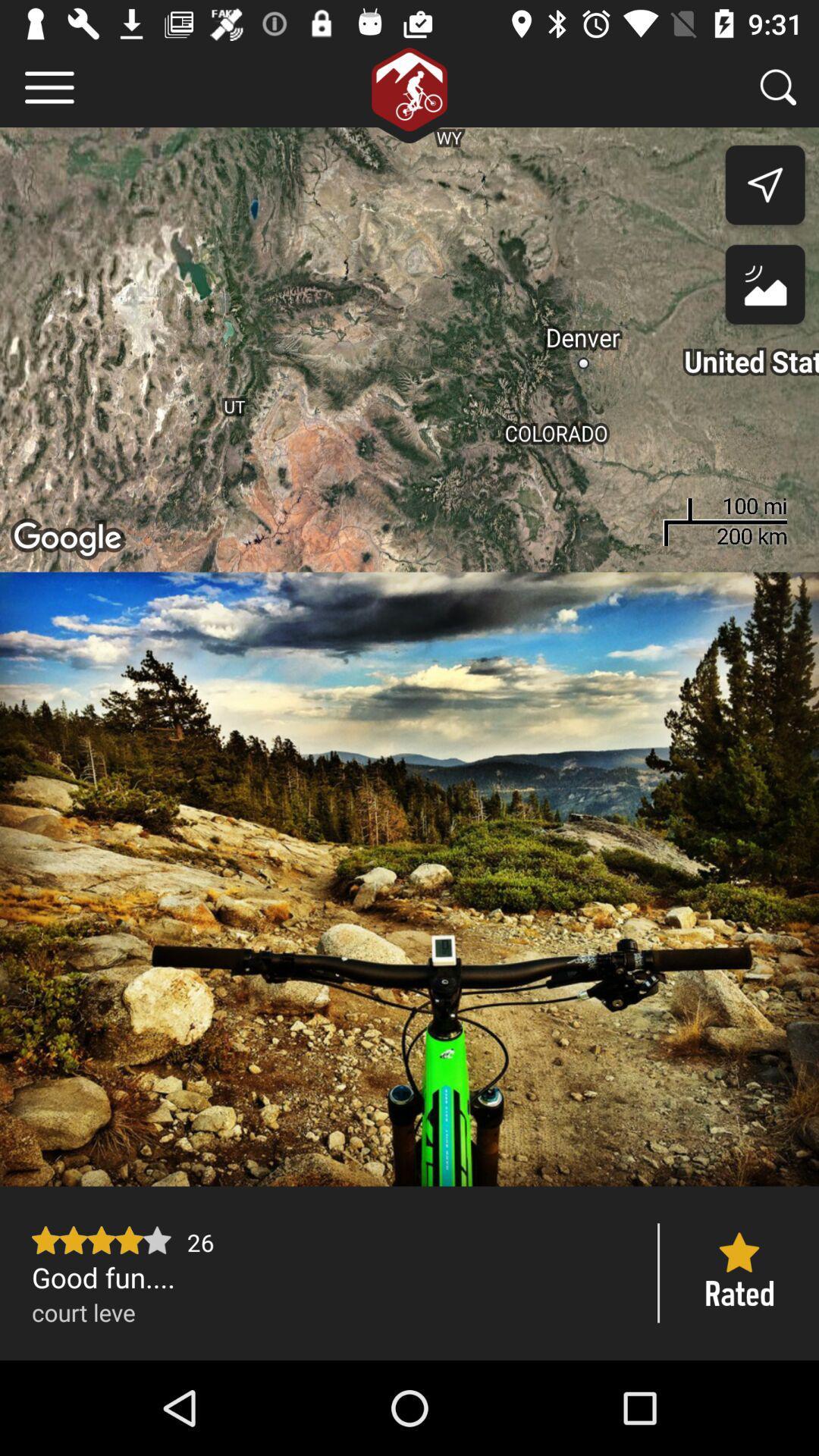  I want to click on the good fun...., so click(329, 1276).